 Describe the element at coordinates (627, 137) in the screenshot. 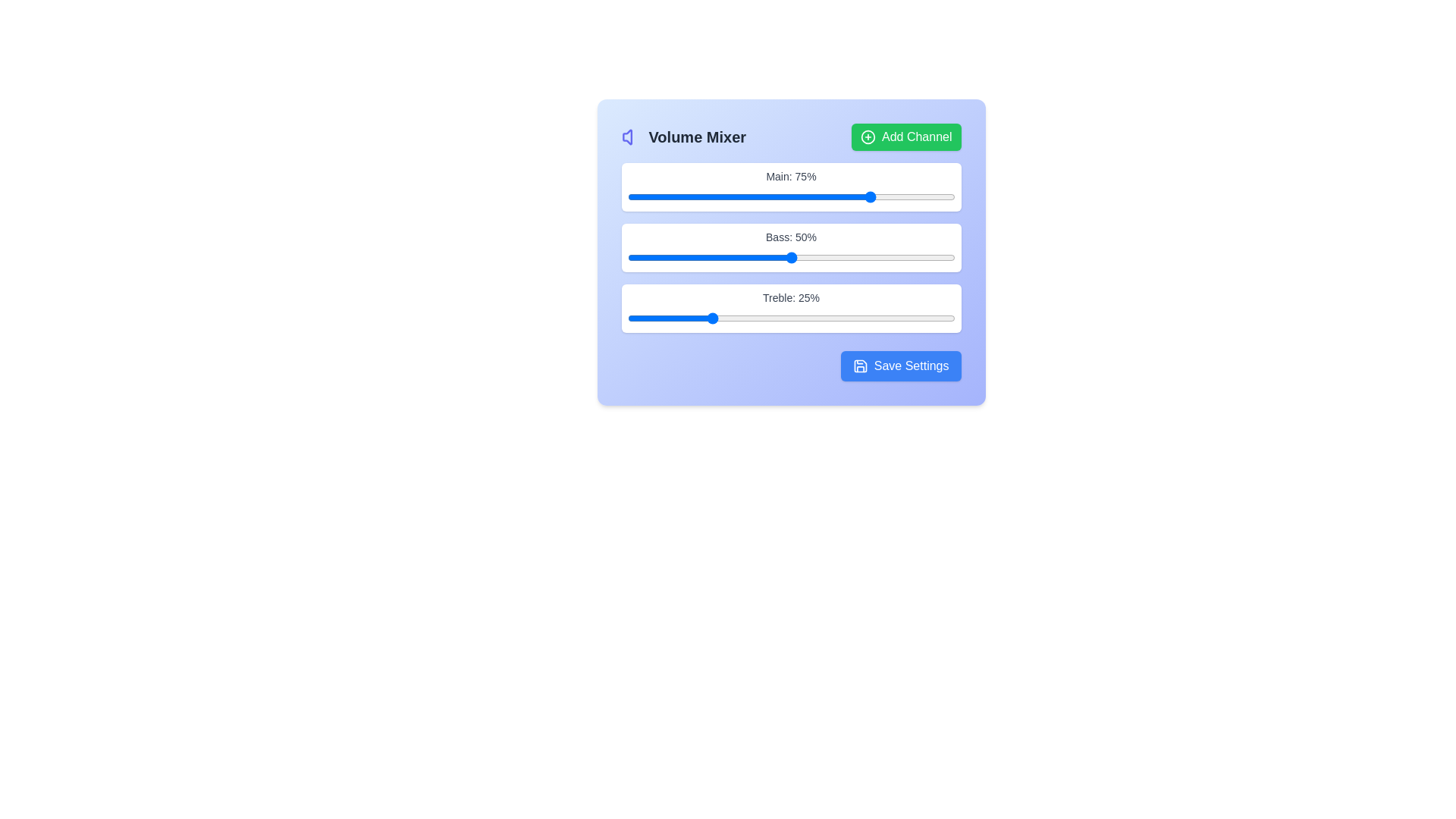

I see `the volume icon located at the top left corner of the interface` at that location.